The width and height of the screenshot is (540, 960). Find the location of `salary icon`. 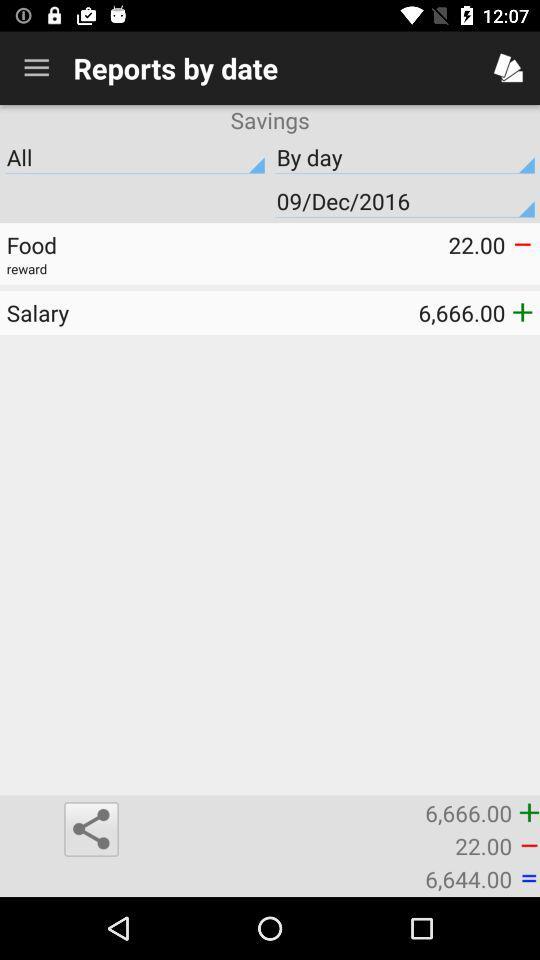

salary icon is located at coordinates (137, 312).